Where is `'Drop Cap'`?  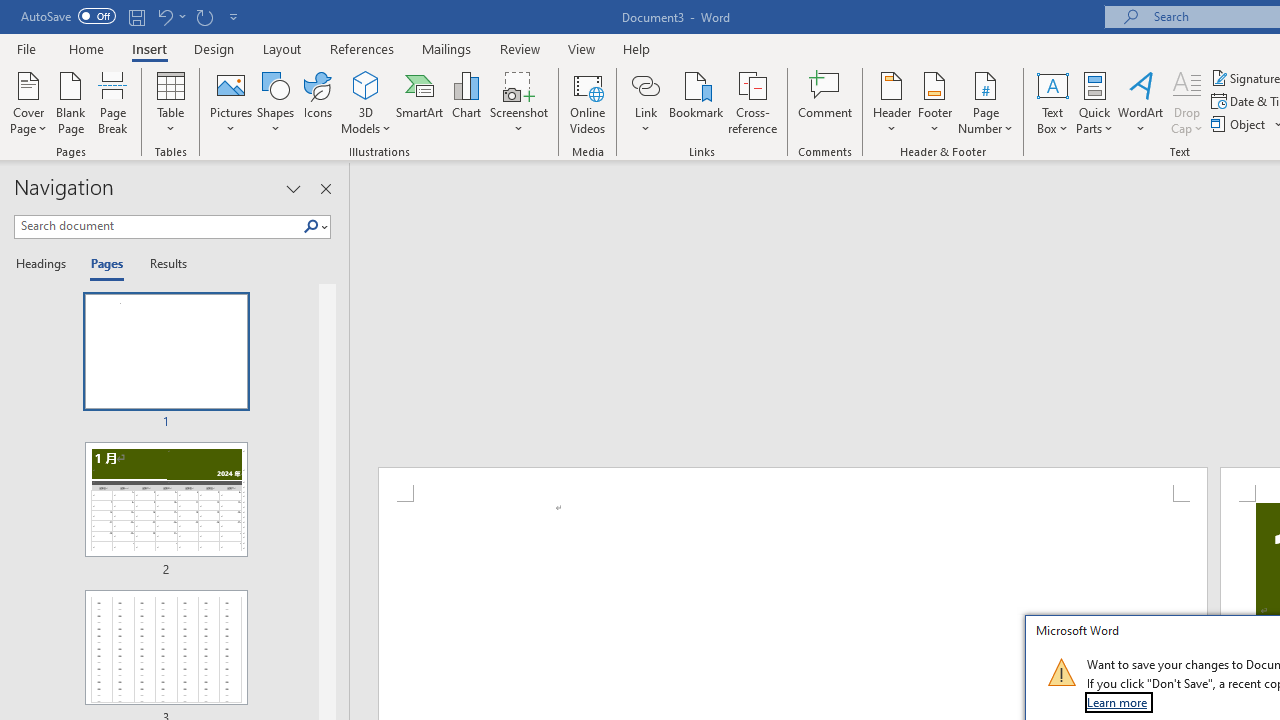 'Drop Cap' is located at coordinates (1187, 103).